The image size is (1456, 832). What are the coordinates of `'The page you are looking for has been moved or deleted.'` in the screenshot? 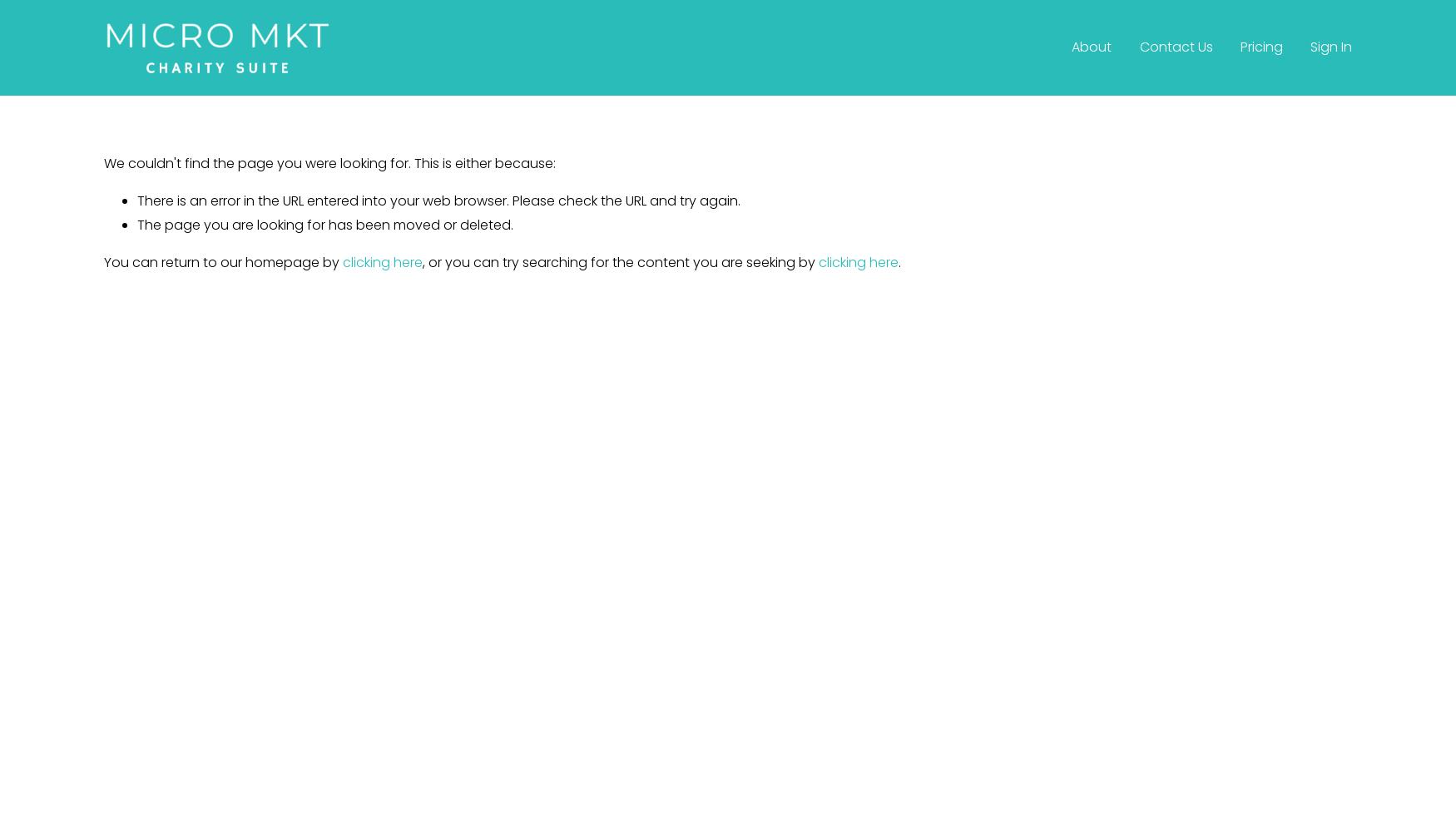 It's located at (136, 225).